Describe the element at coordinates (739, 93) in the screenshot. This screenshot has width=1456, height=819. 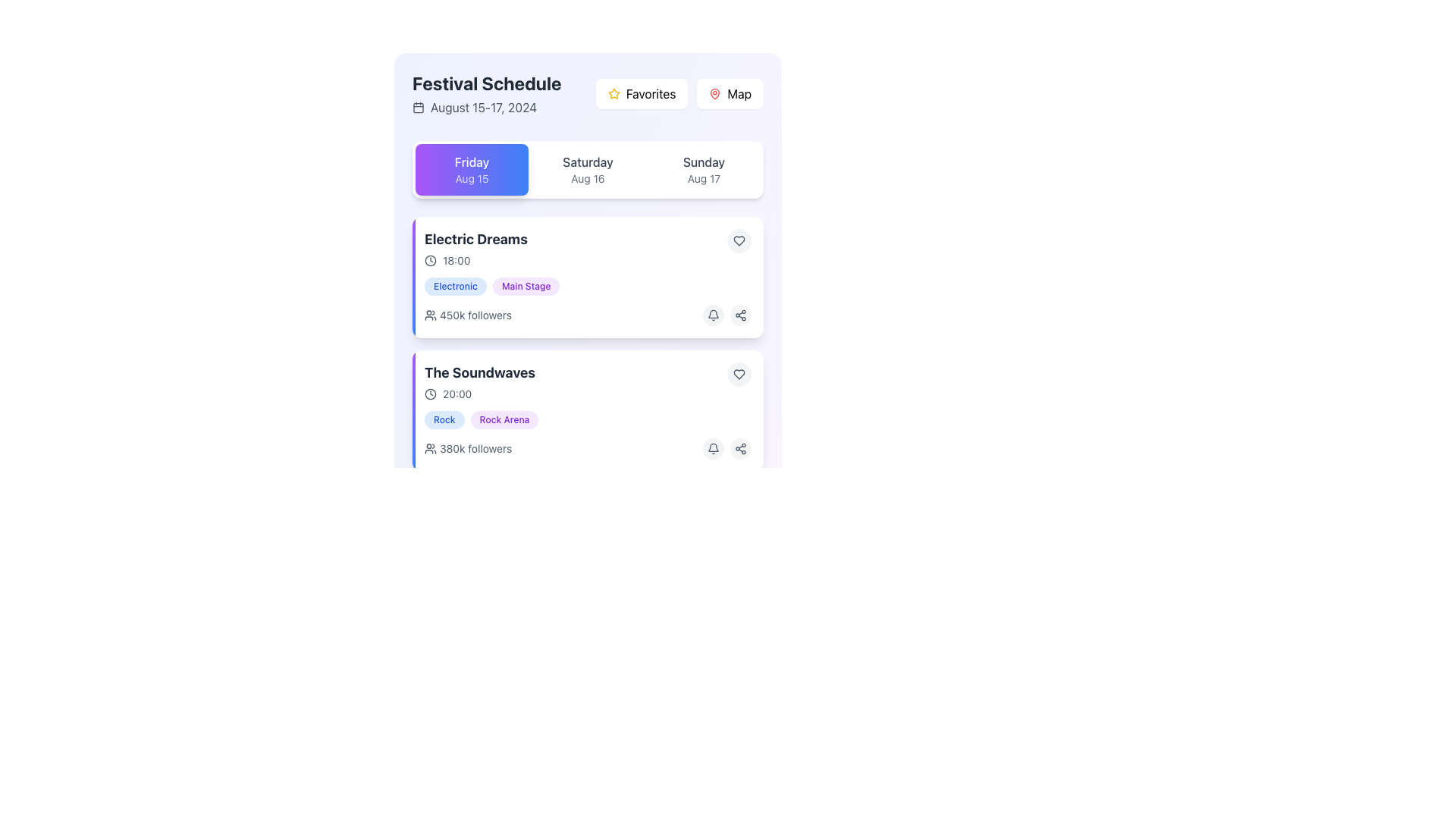
I see `the 'Map' text label located in the top-right corner of the interface header, adjacent to the 'Favorites' button` at that location.